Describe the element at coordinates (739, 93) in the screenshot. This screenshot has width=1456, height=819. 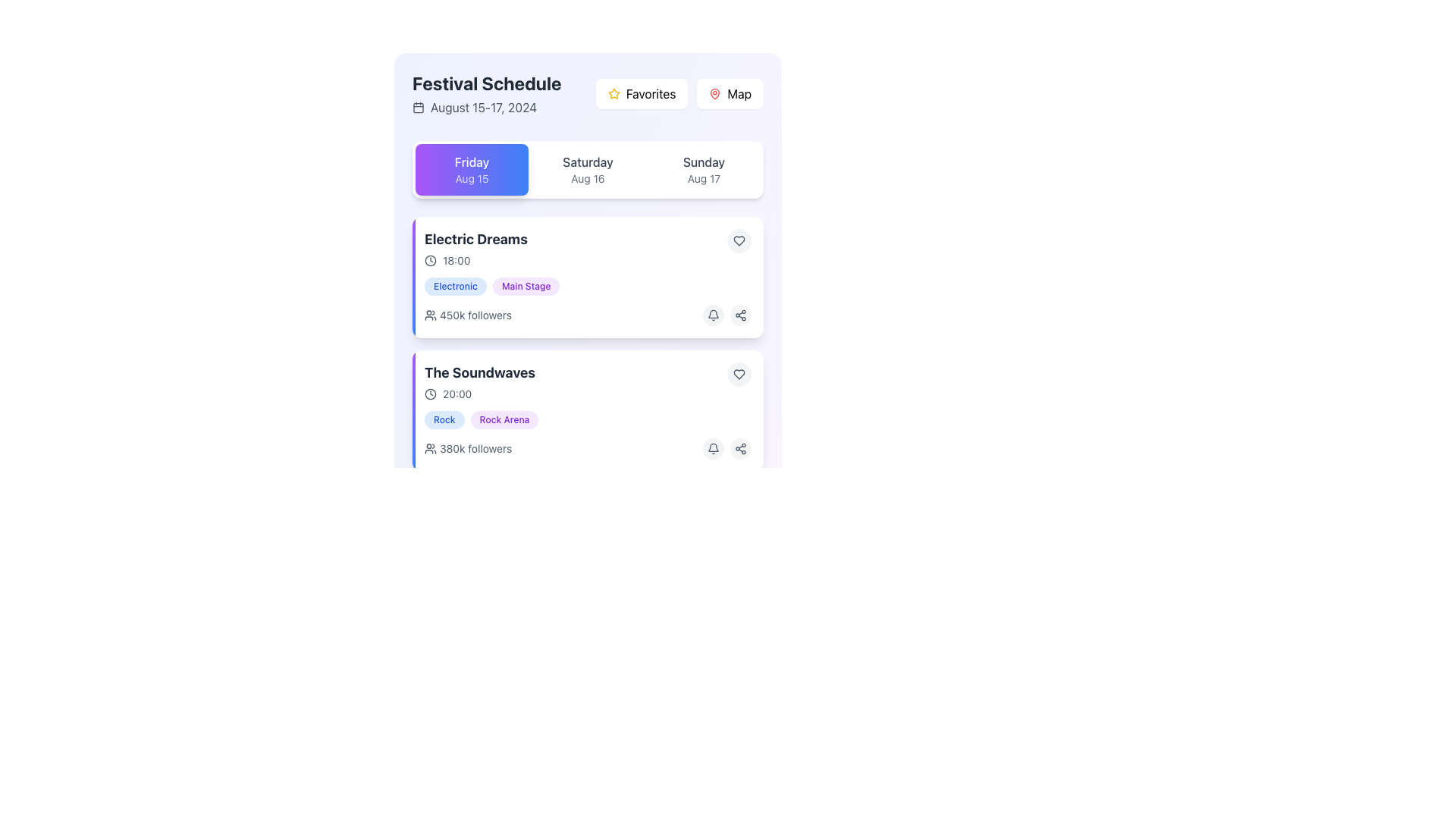
I see `the 'Map' text label located in the top-right corner of the interface header, adjacent to the 'Favorites' button` at that location.